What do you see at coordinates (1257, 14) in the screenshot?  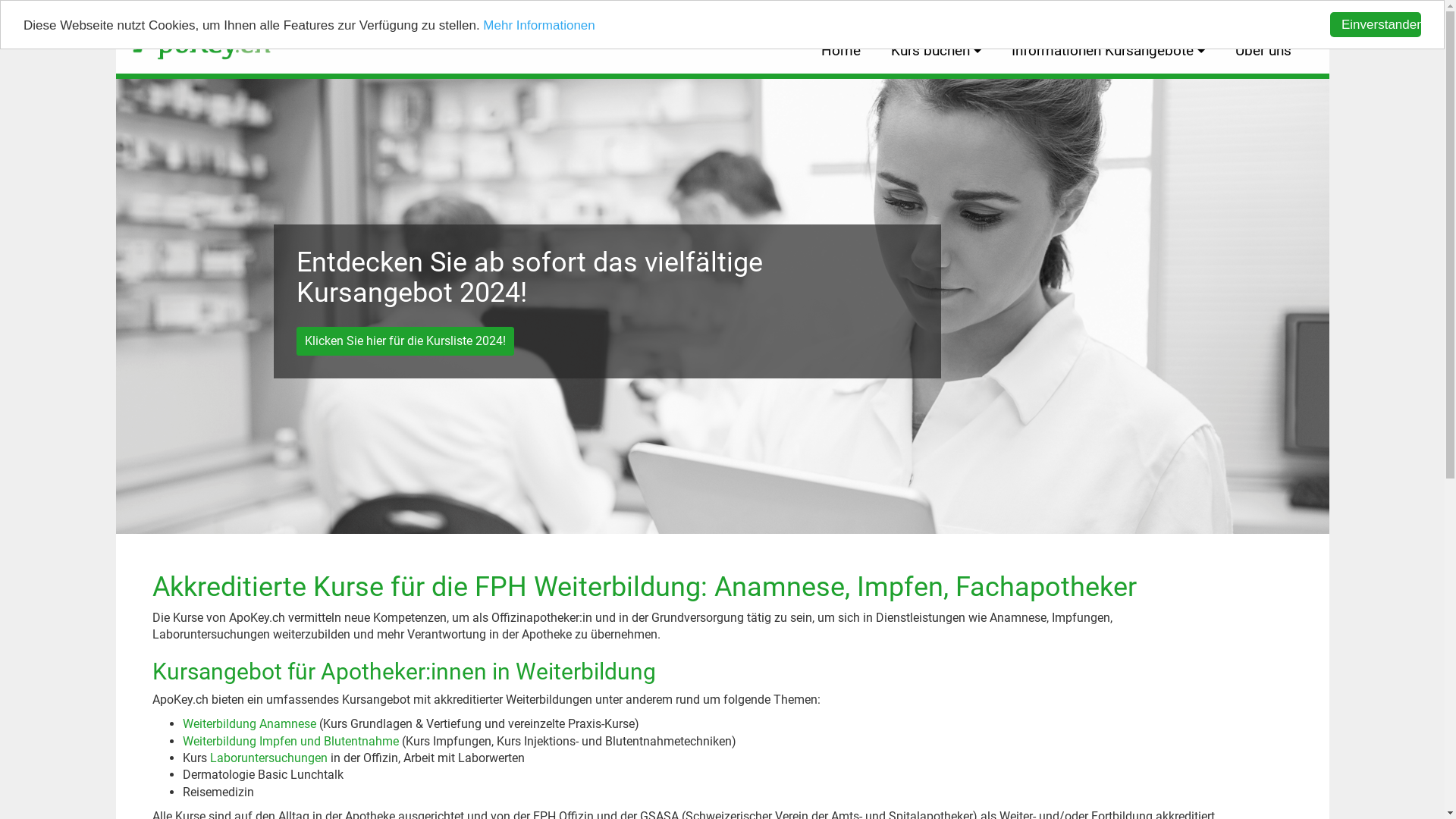 I see `'FR'` at bounding box center [1257, 14].